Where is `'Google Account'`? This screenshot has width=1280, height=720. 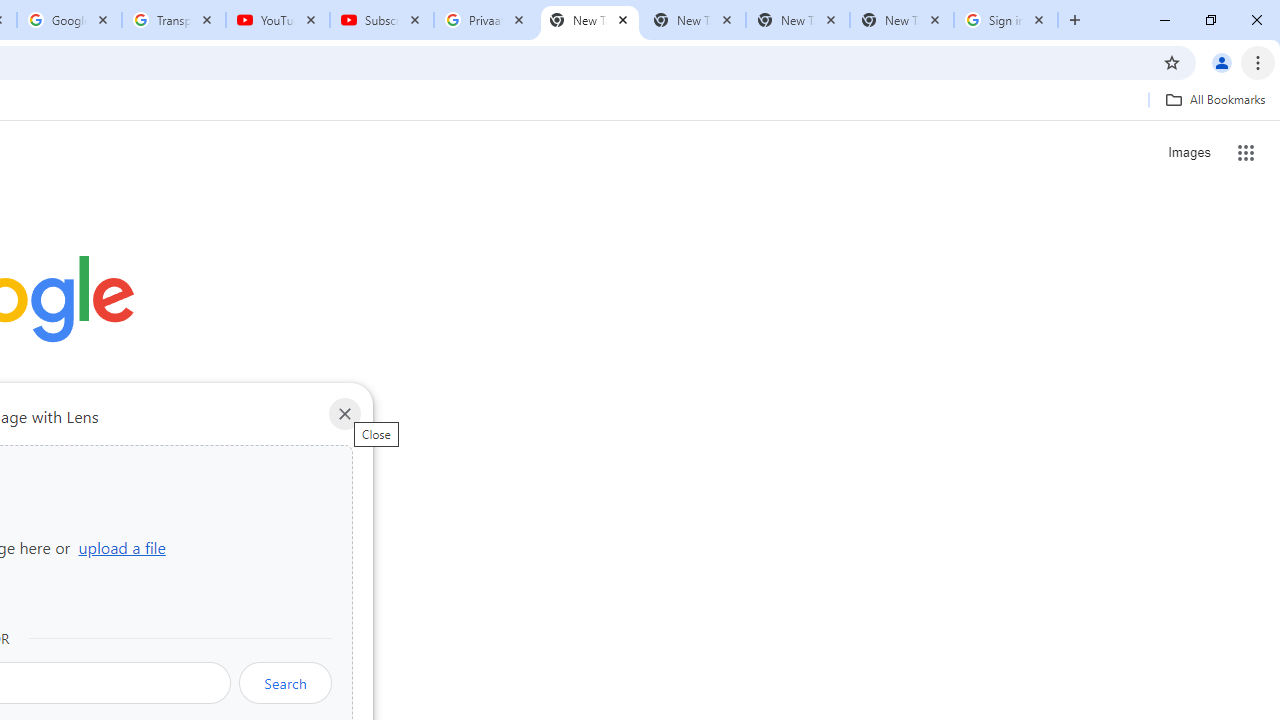 'Google Account' is located at coordinates (69, 20).